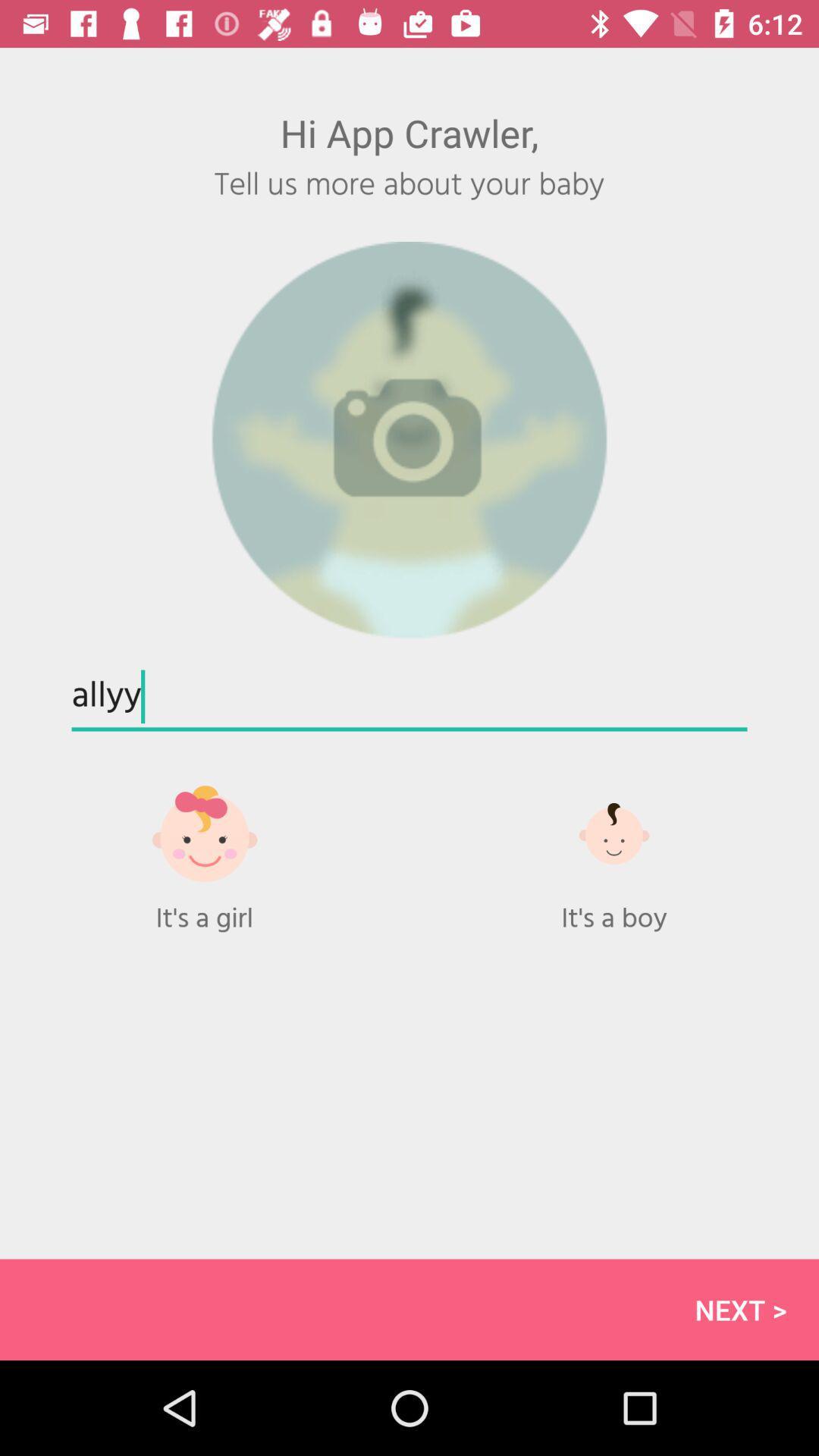 The height and width of the screenshot is (1456, 819). What do you see at coordinates (409, 440) in the screenshot?
I see `turn camera on` at bounding box center [409, 440].